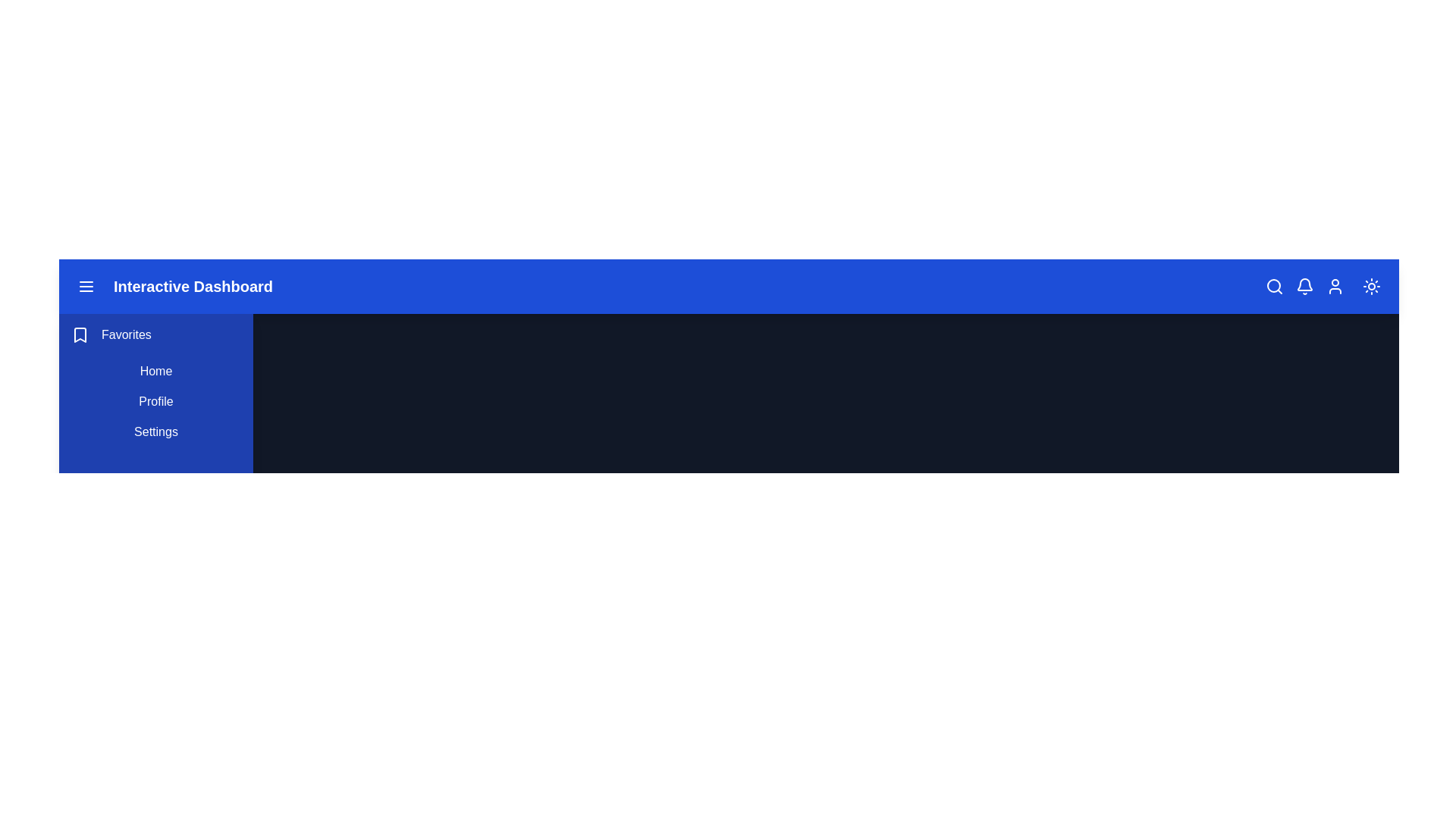 Image resolution: width=1456 pixels, height=819 pixels. What do you see at coordinates (156, 432) in the screenshot?
I see `the 'Settings' button in the sidebar to navigate to the Settings page` at bounding box center [156, 432].